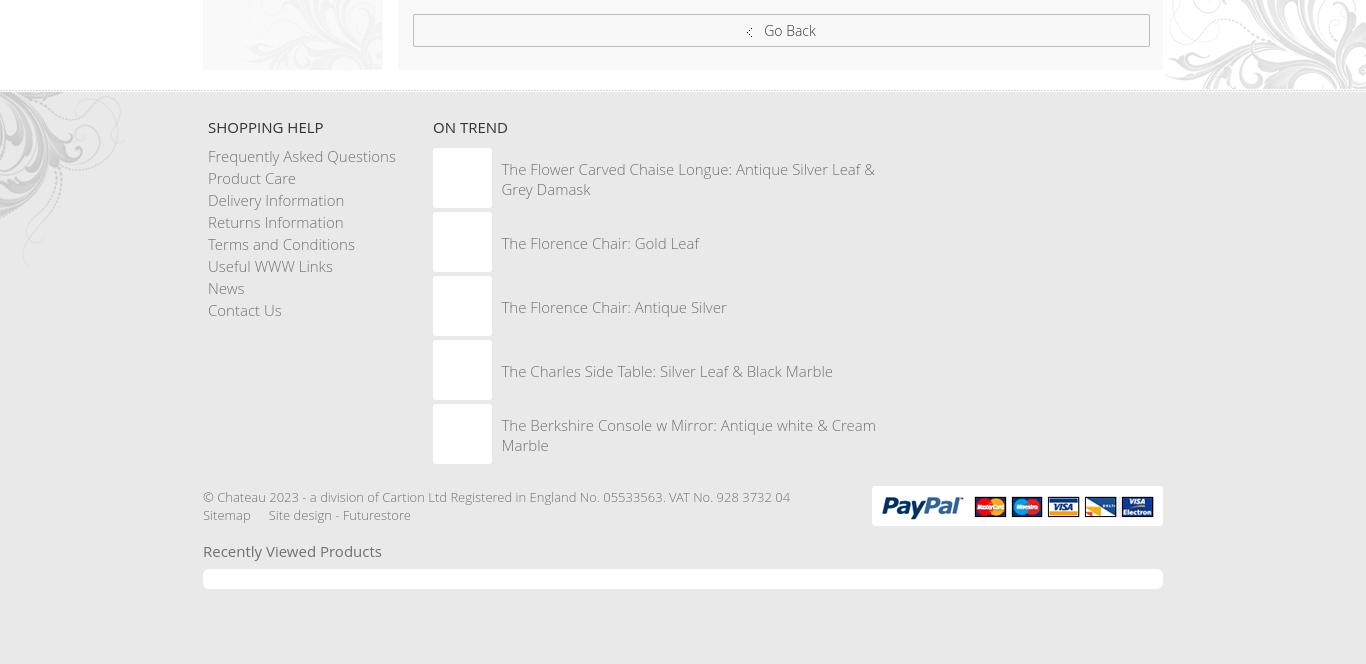 This screenshot has width=1366, height=664. I want to click on 'The Charles Side Table: Silver Leaf & Black Marble', so click(501, 370).